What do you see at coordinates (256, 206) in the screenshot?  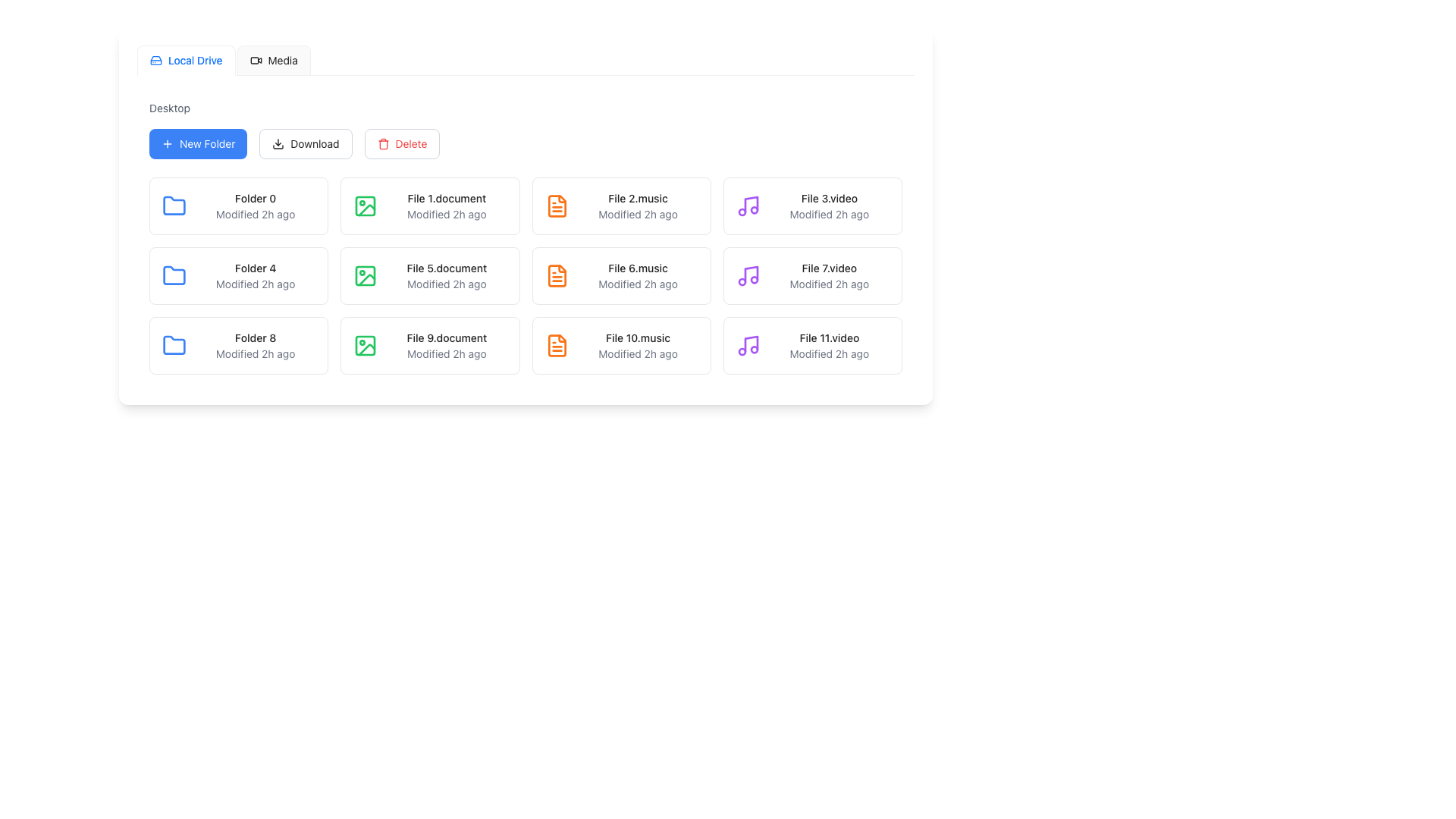 I see `to select the folder item labeled 'Folder 0' in the file explorer interface` at bounding box center [256, 206].